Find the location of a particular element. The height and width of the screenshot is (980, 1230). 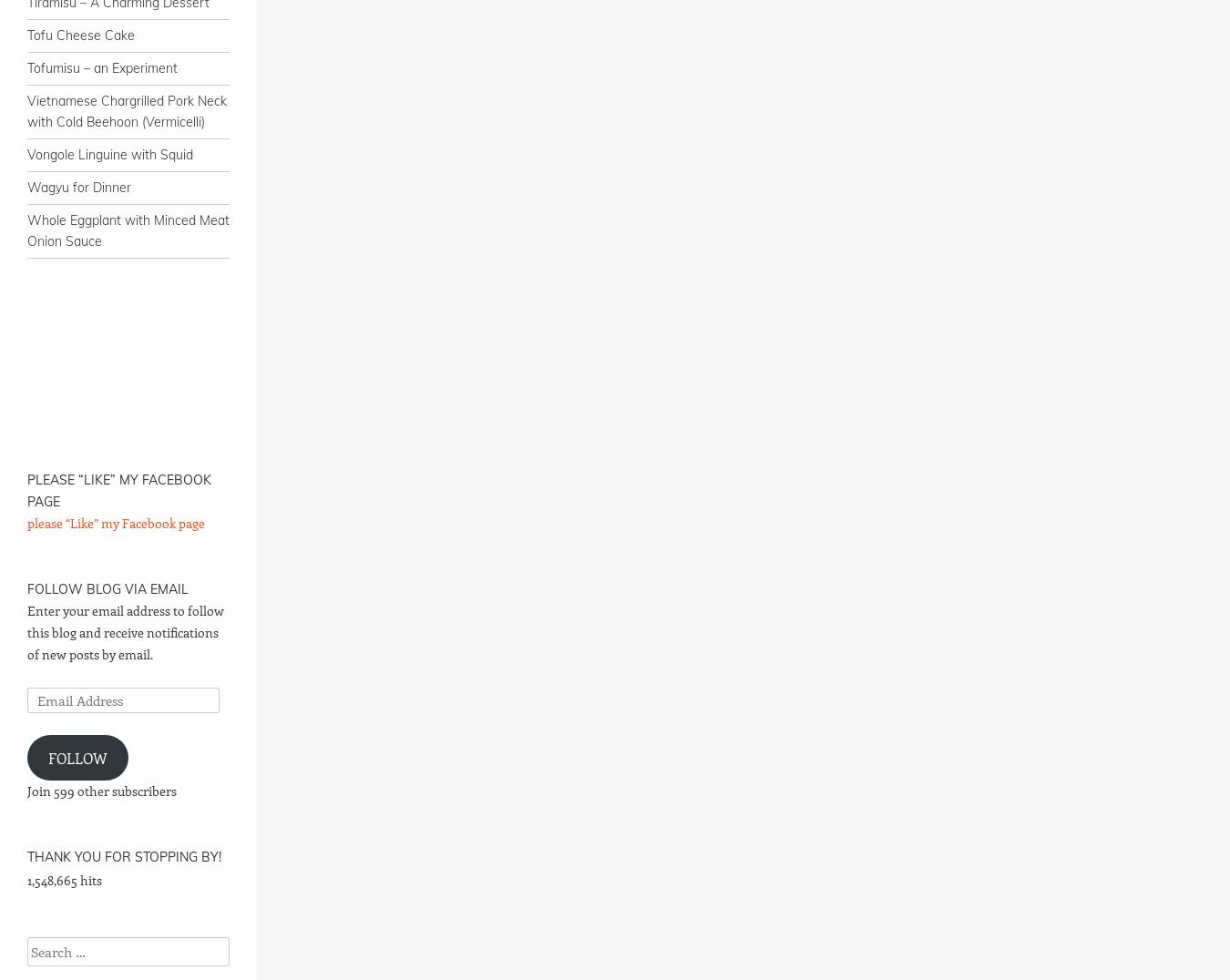

'Thank you for stopping by!' is located at coordinates (124, 855).